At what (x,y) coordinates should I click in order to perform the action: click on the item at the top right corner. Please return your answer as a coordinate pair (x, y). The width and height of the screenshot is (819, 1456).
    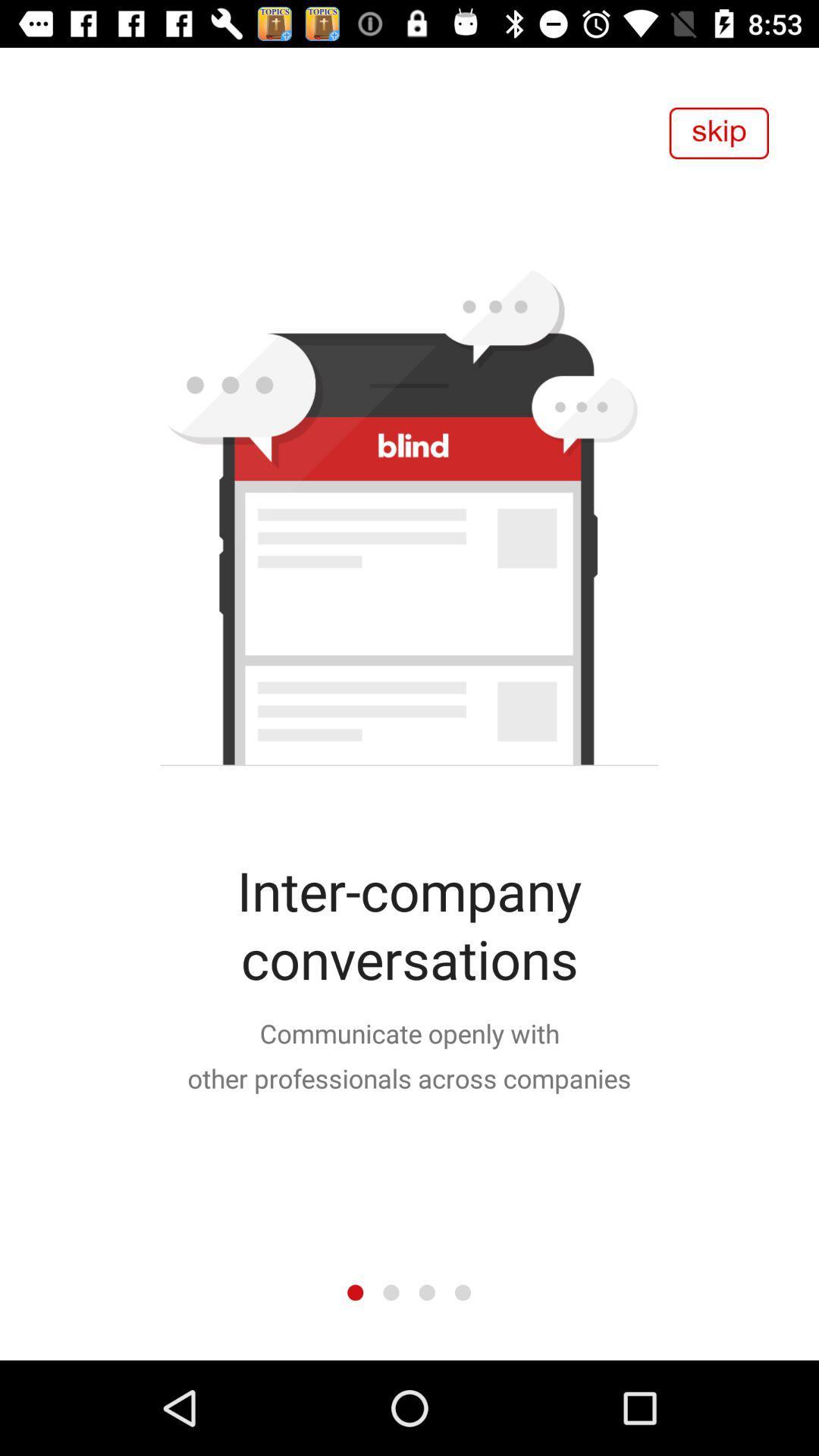
    Looking at the image, I should click on (718, 133).